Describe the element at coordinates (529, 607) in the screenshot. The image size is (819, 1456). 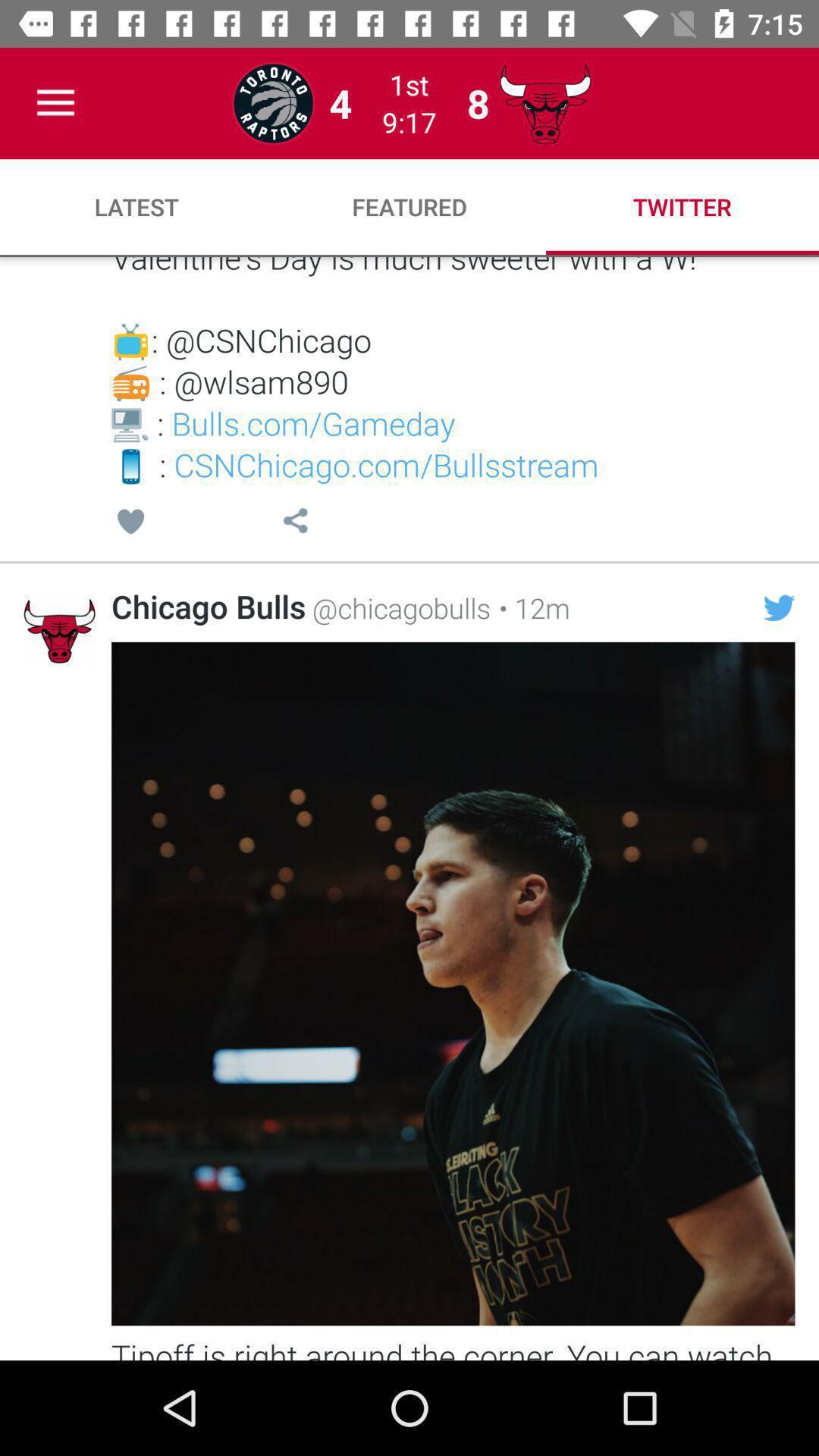
I see `icon next to the @chicagobulls` at that location.